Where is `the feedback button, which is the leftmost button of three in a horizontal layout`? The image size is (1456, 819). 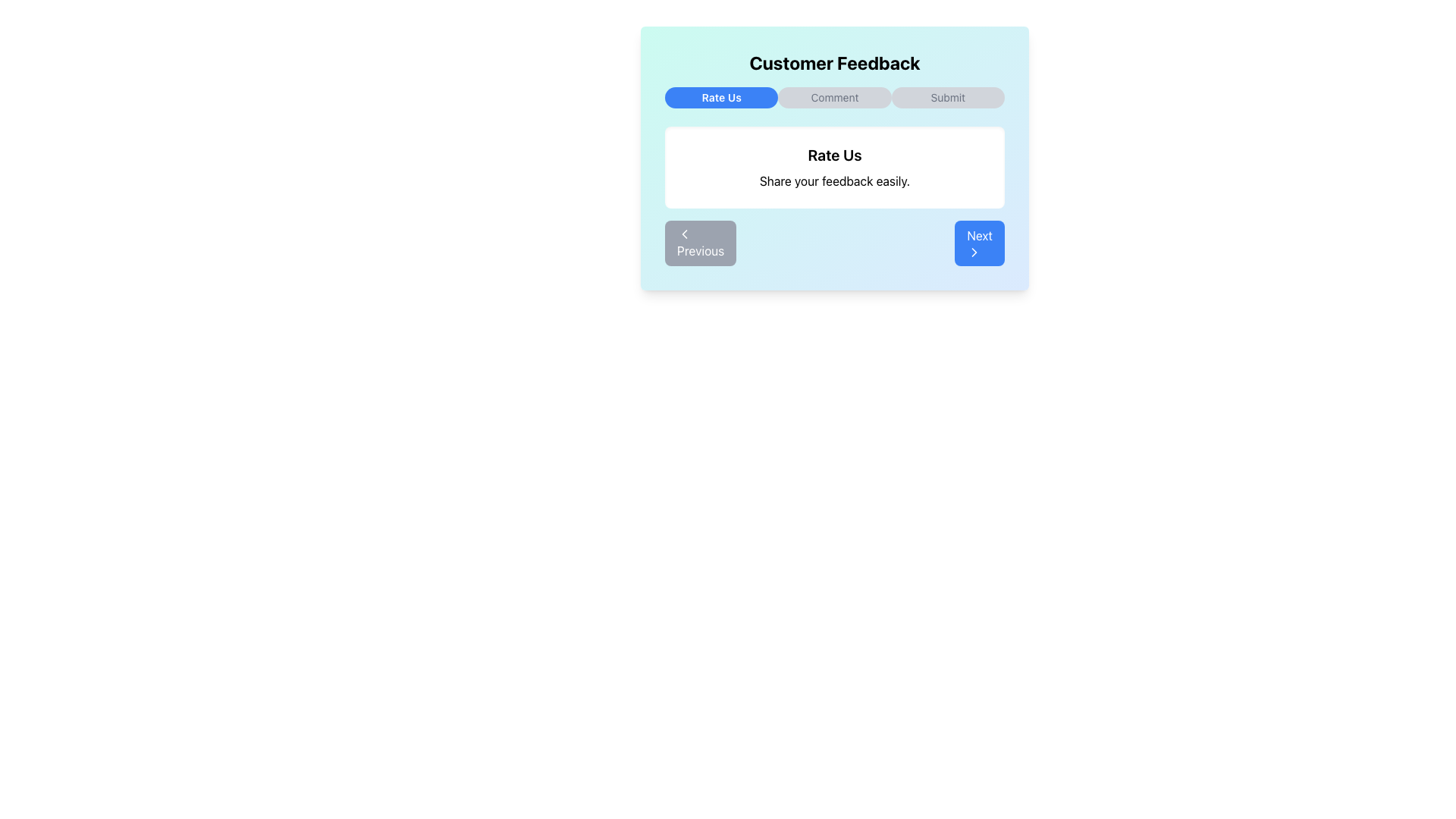 the feedback button, which is the leftmost button of three in a horizontal layout is located at coordinates (720, 97).